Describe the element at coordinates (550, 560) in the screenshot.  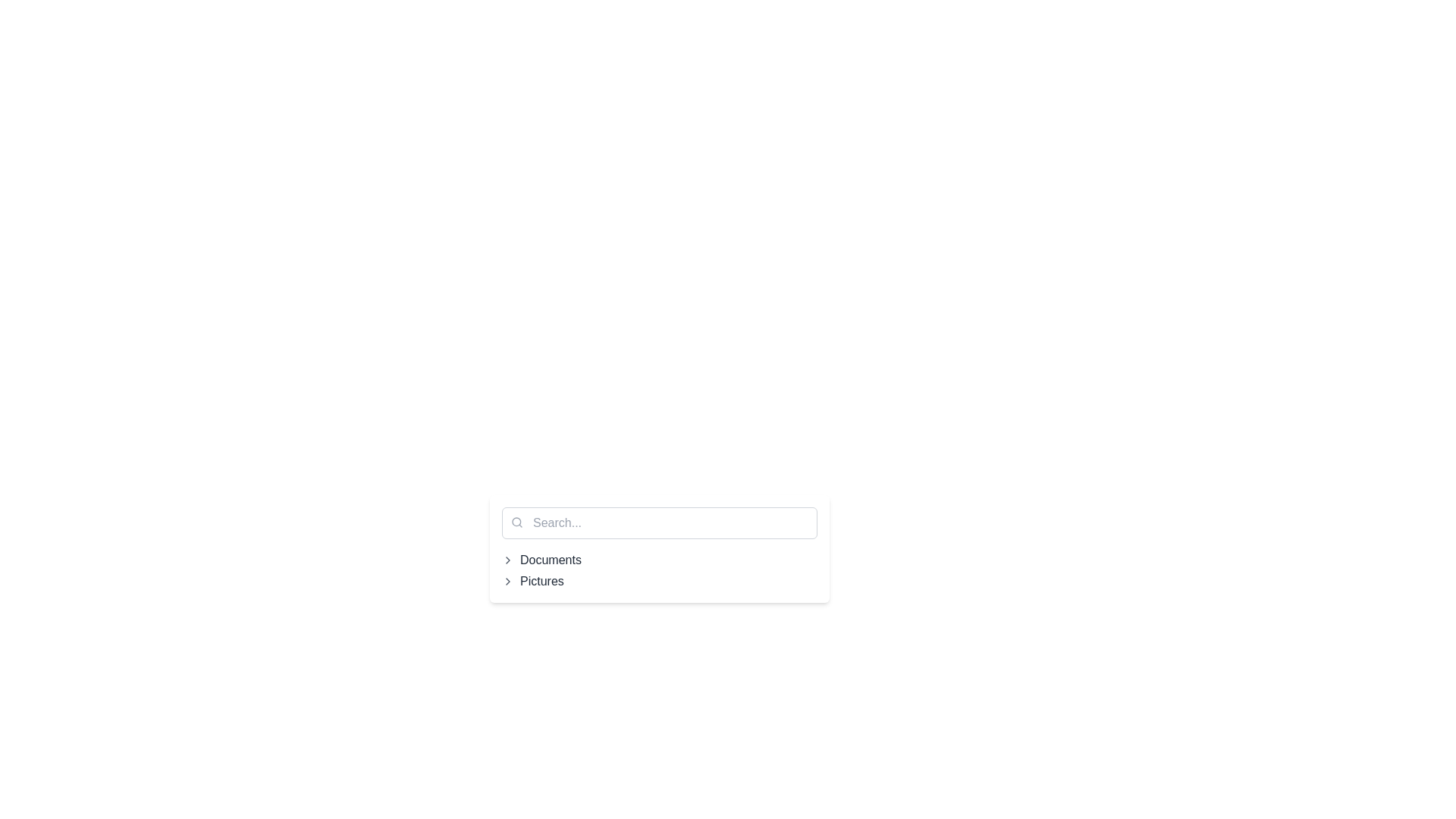
I see `displayed text from the static label that shows 'Documents', which is styled in gray on a white background` at that location.